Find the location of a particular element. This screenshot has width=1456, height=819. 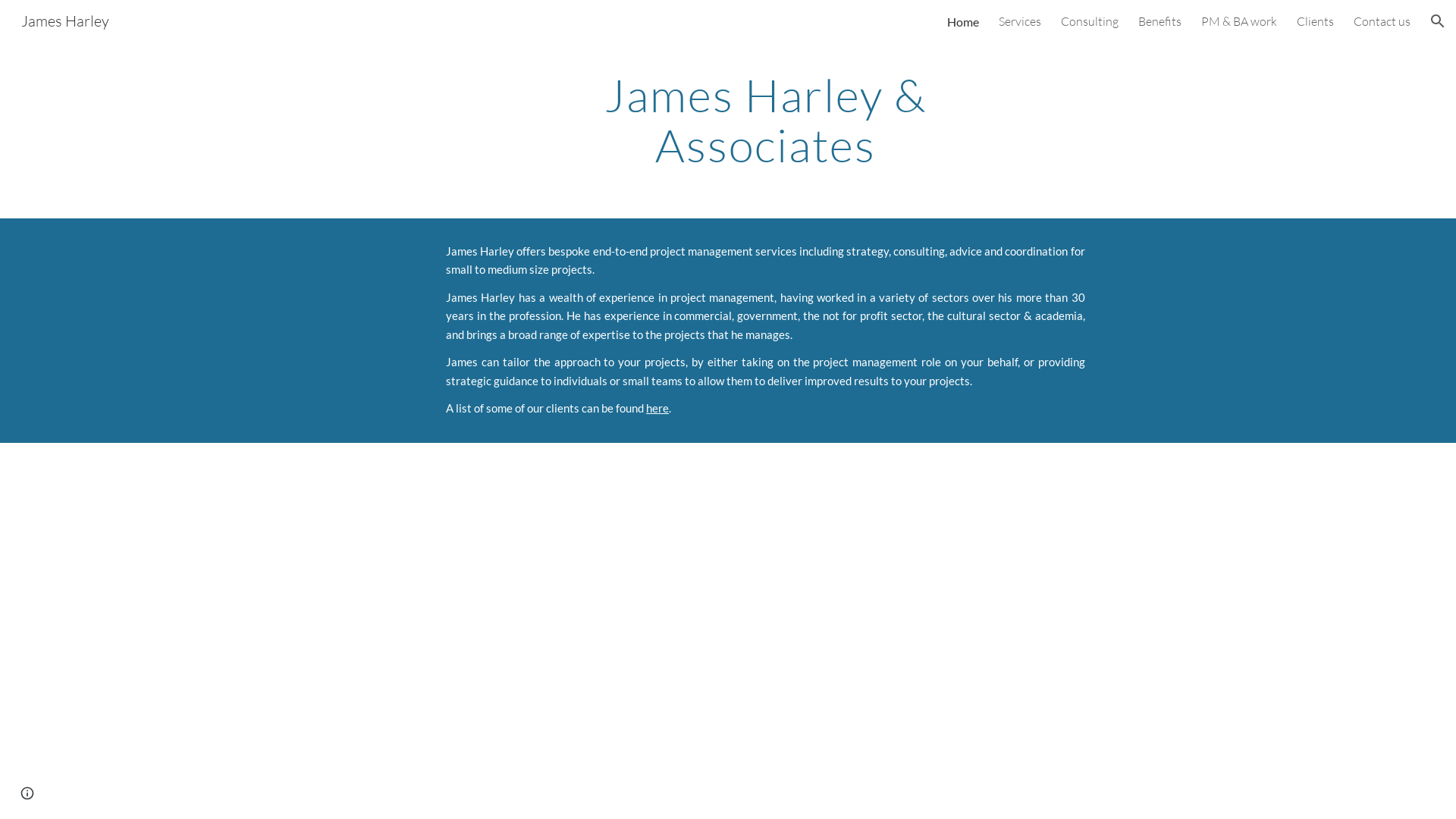

'PM & BA work' is located at coordinates (1238, 20).